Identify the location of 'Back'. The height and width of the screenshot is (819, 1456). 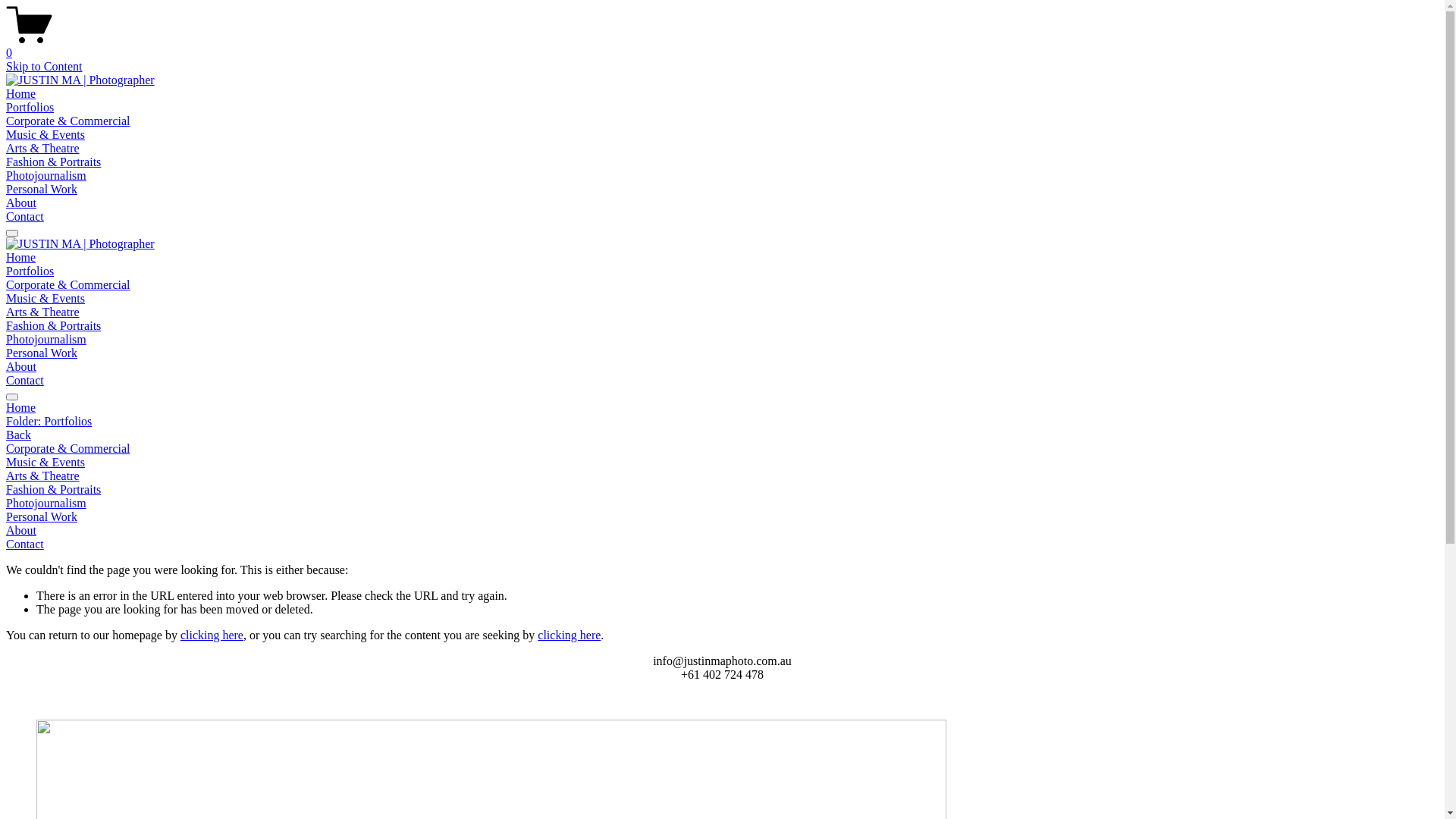
(18, 435).